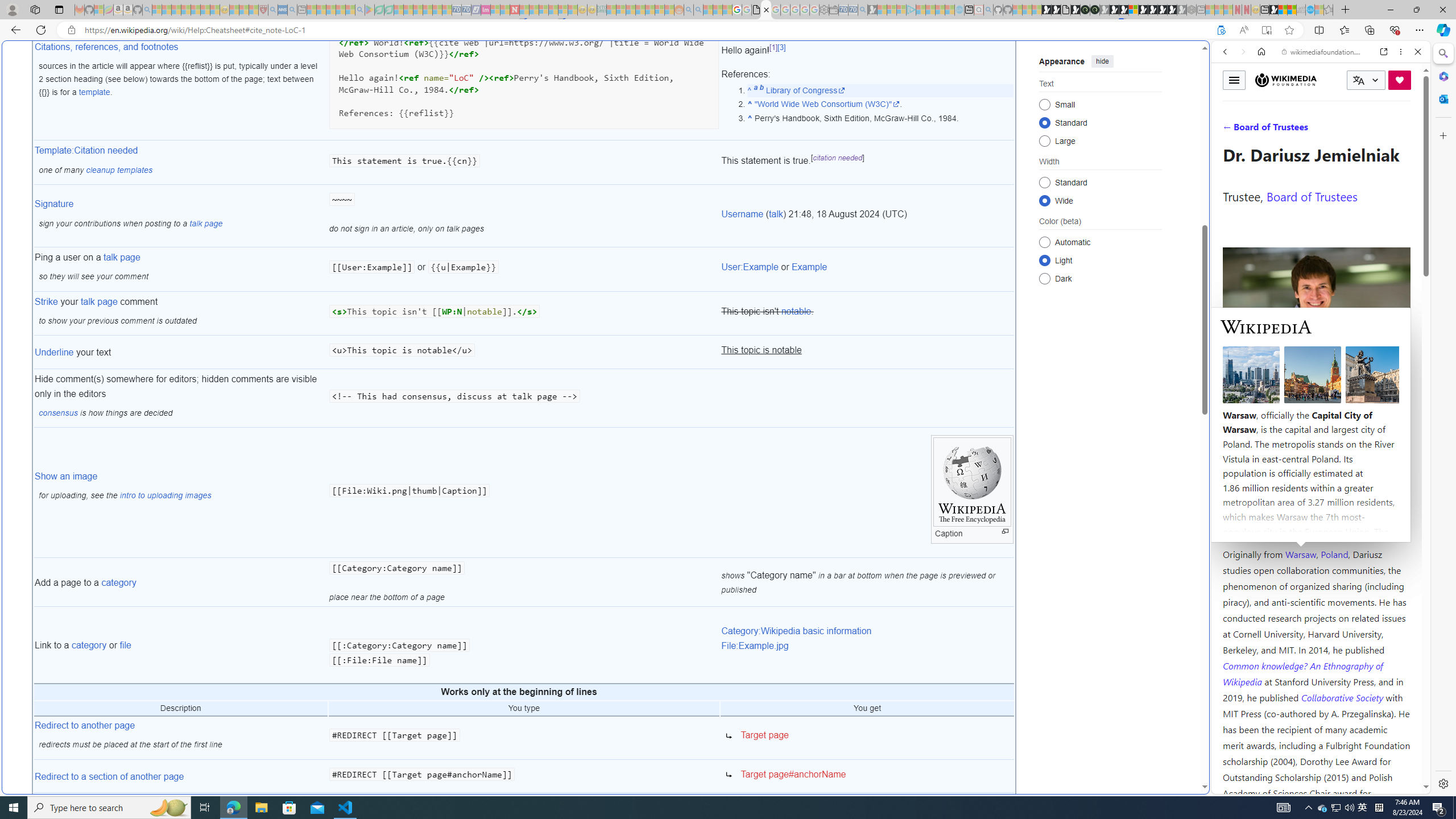 Image resolution: width=1456 pixels, height=819 pixels. What do you see at coordinates (1323, 52) in the screenshot?
I see `'wikimediafoundation.org'` at bounding box center [1323, 52].